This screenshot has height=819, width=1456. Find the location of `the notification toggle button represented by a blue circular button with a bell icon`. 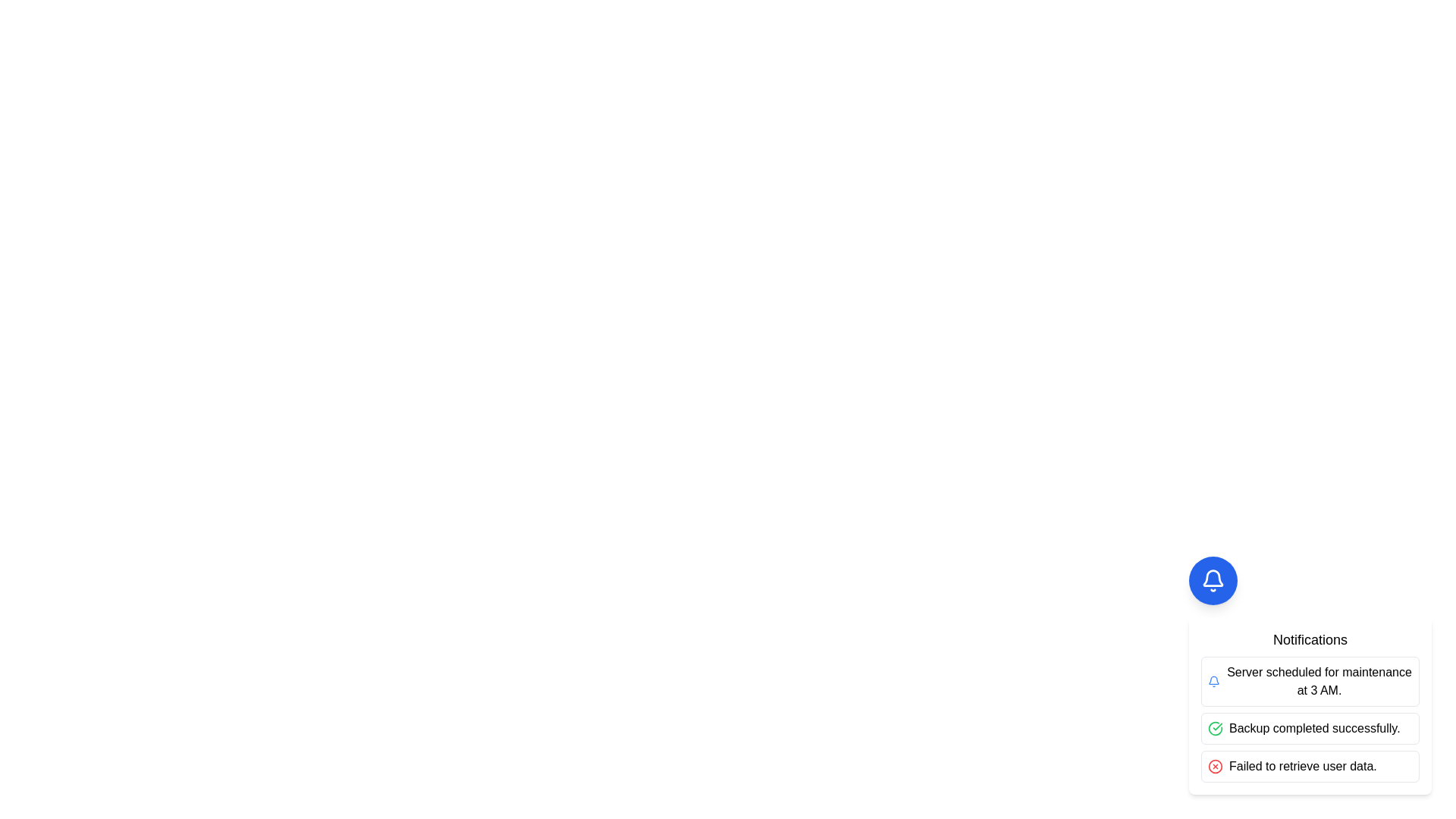

the notification toggle button represented by a blue circular button with a bell icon is located at coordinates (1212, 580).